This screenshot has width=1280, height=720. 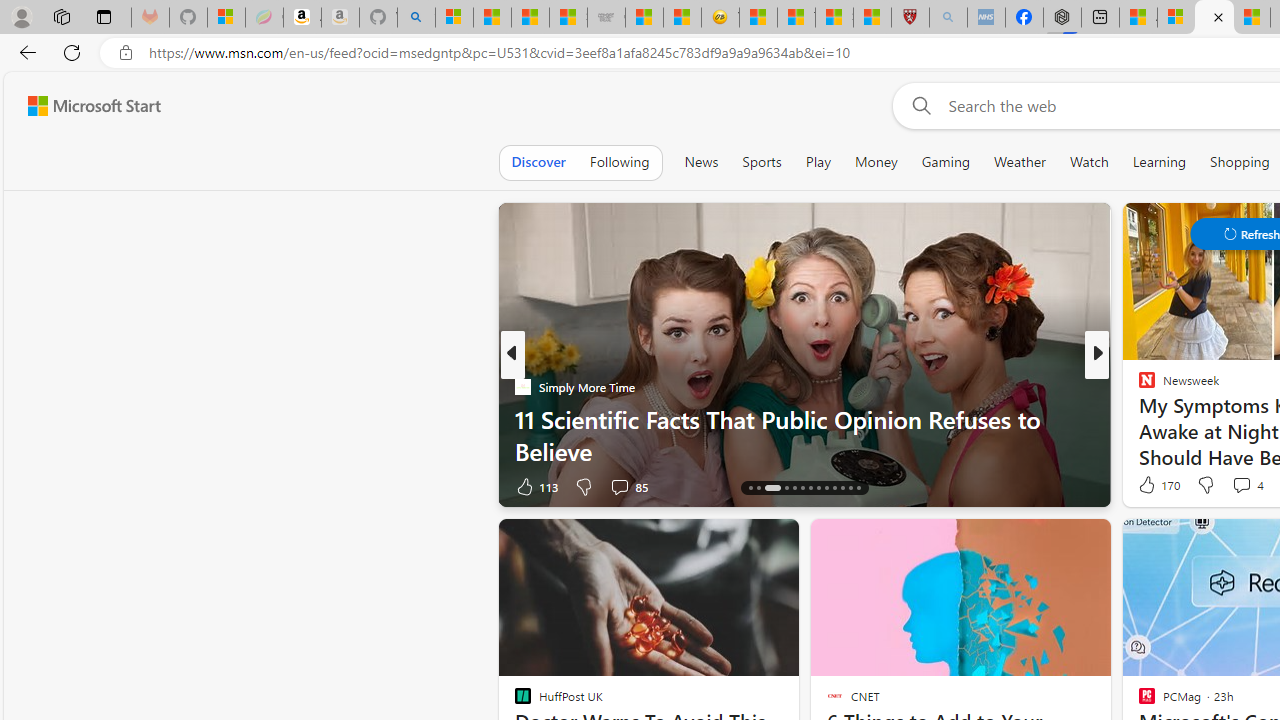 What do you see at coordinates (749, 488) in the screenshot?
I see `'AutomationID: tab-14'` at bounding box center [749, 488].